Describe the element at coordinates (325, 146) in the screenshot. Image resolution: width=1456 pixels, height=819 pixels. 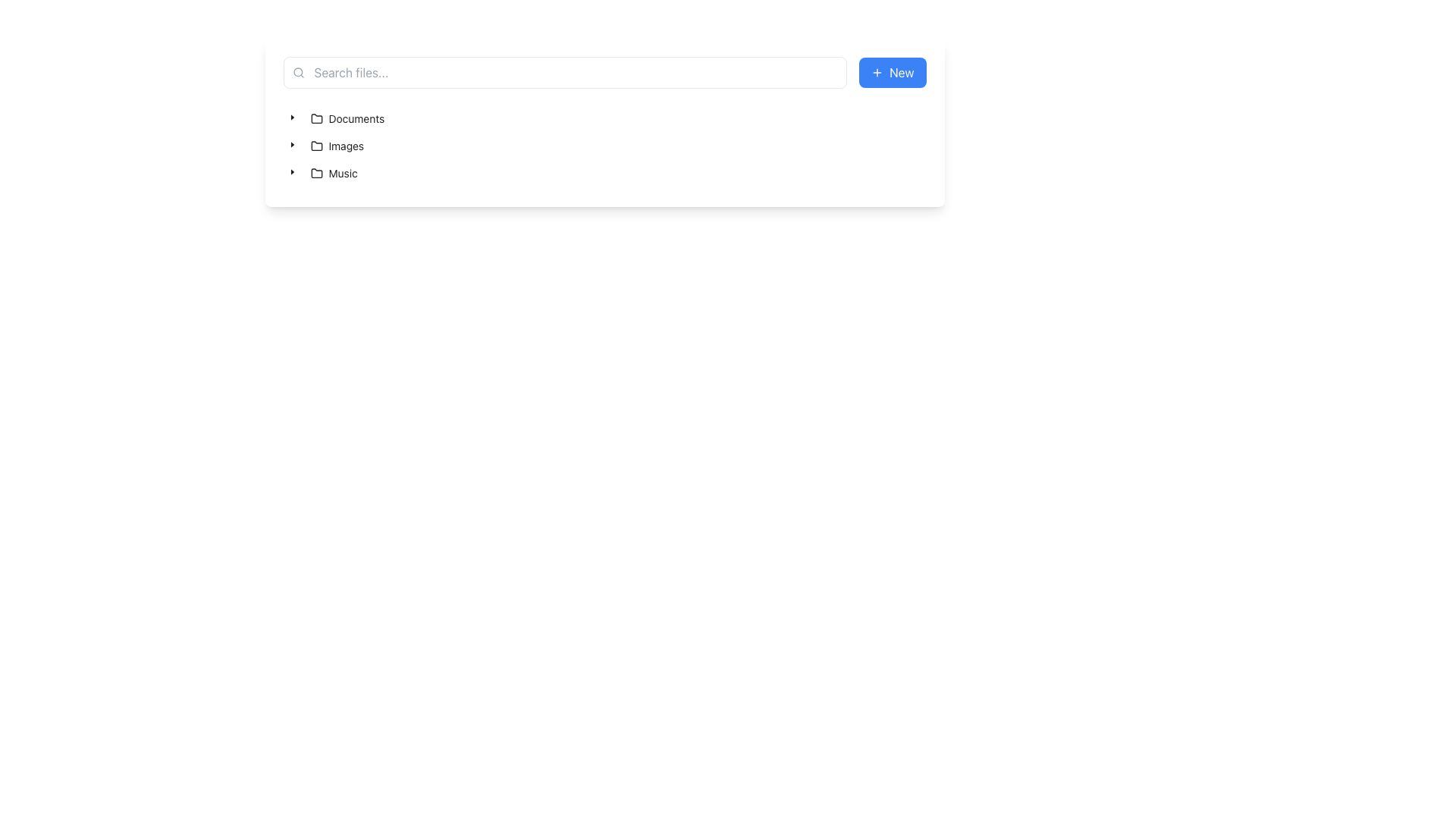
I see `the caret icon of the 'Images' folder node in the file tree structure` at that location.